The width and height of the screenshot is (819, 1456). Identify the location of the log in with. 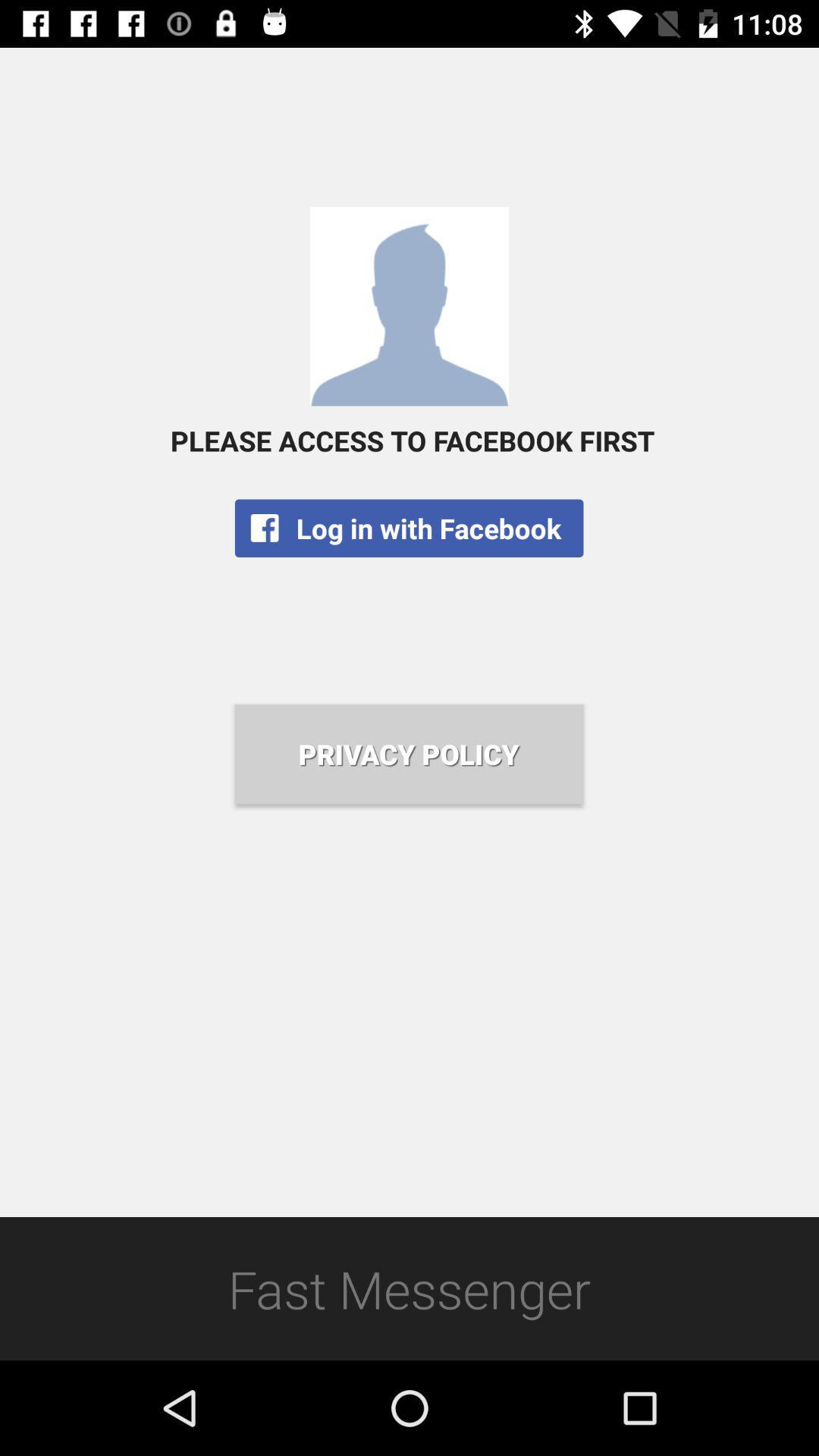
(408, 528).